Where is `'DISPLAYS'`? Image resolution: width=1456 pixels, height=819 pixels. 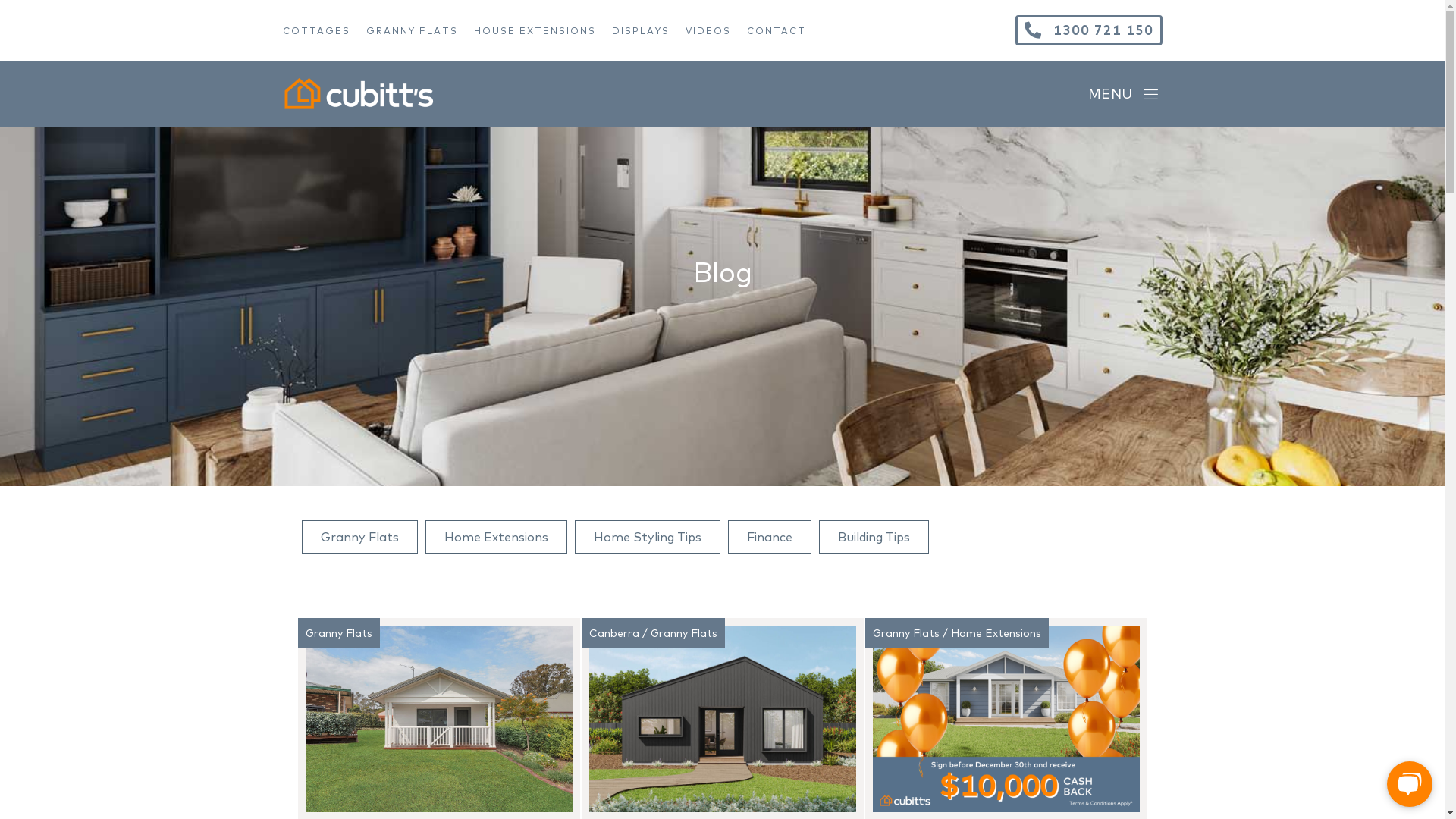
'DISPLAYS' is located at coordinates (648, 30).